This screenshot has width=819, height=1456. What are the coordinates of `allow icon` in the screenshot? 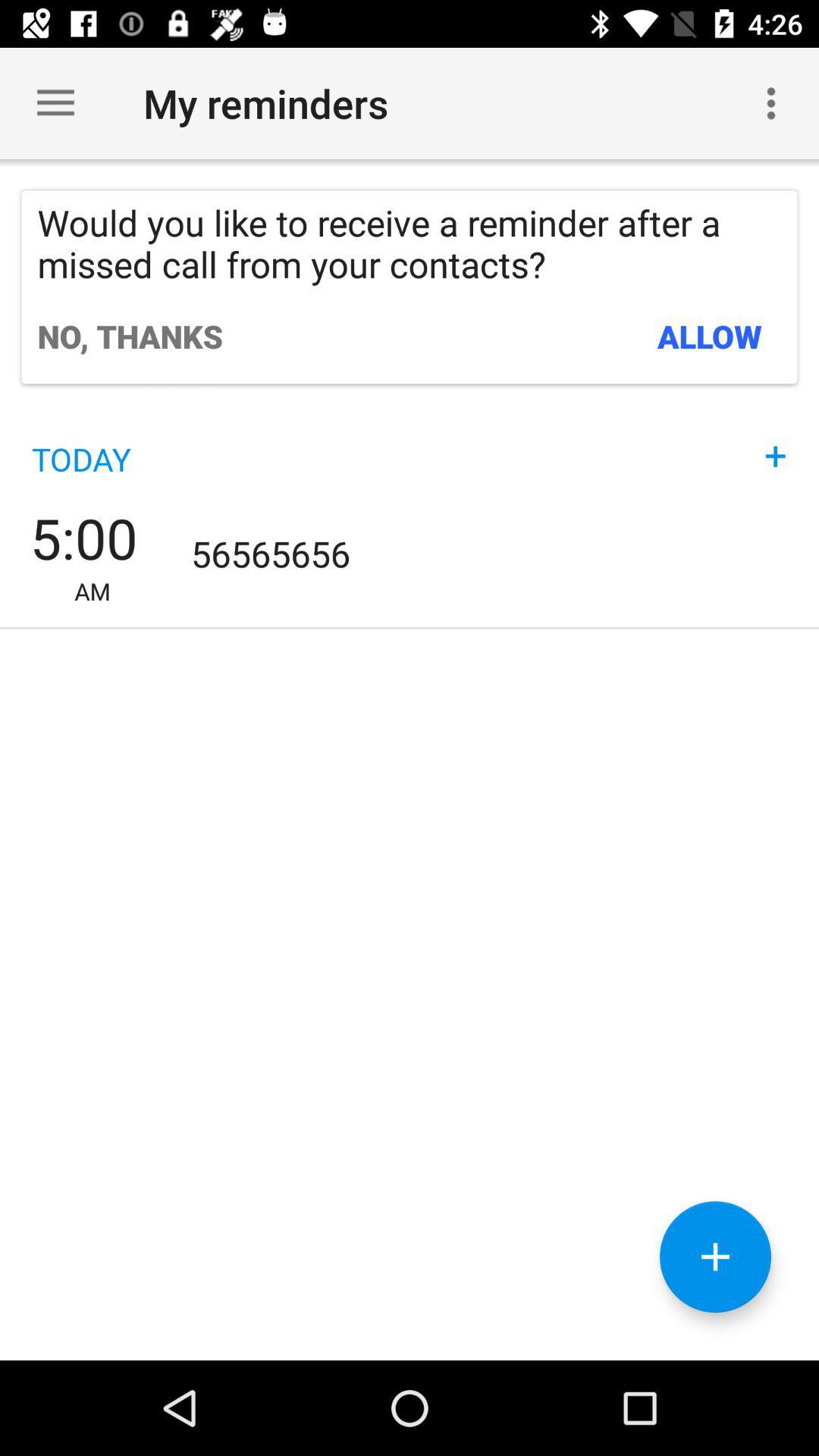 It's located at (710, 335).